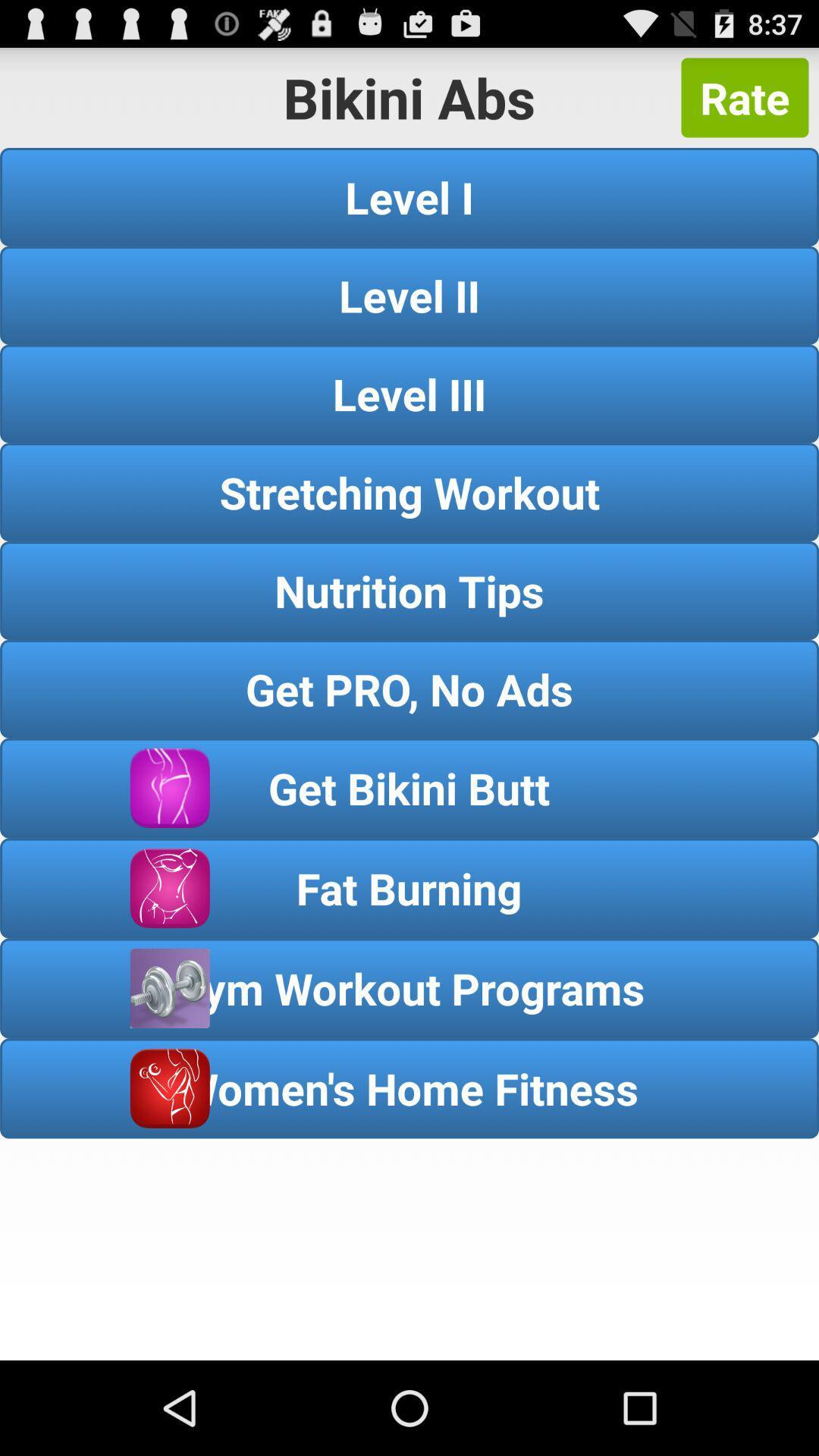  Describe the element at coordinates (409, 688) in the screenshot. I see `the button below nutrition tips button` at that location.